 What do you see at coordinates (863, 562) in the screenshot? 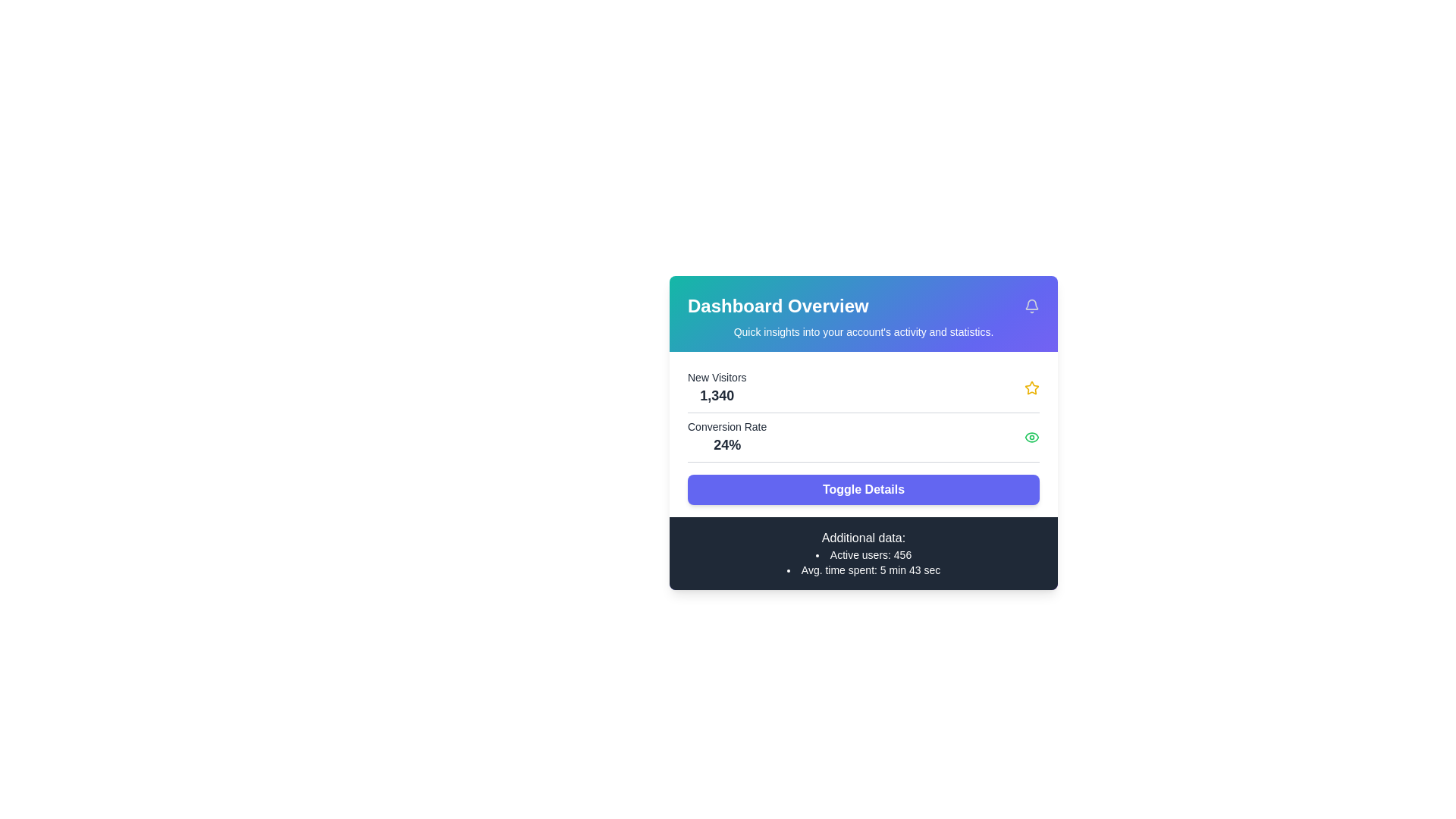
I see `the small textual component displaying 'Active users: 456' and 'Avg. time spent: 5 min 43 sec.' which is located in the bottom section of the card titled 'Additional data:'` at bounding box center [863, 562].